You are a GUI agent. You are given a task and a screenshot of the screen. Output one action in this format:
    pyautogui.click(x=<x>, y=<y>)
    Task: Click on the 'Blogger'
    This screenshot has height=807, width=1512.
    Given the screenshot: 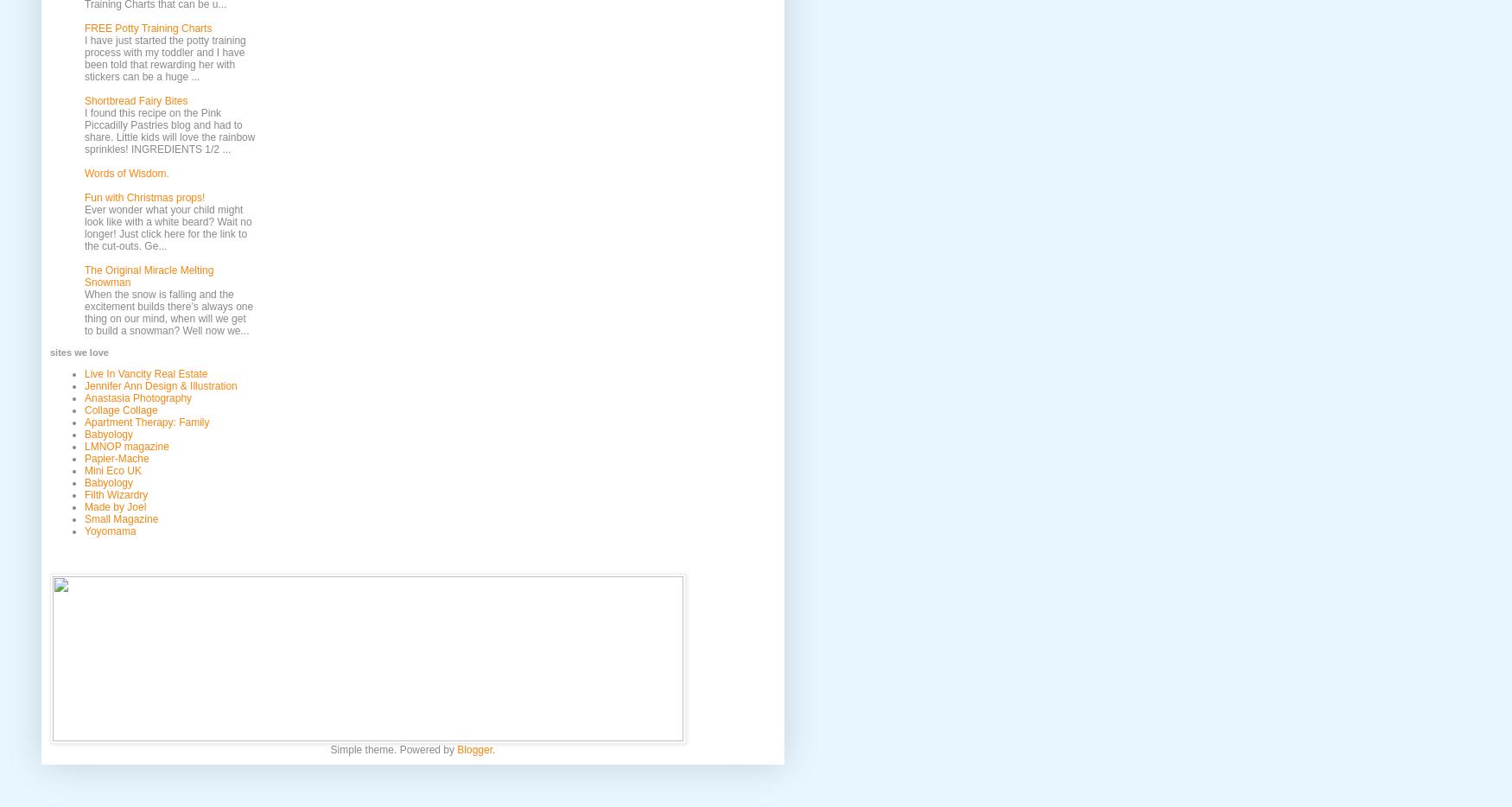 What is the action you would take?
    pyautogui.click(x=473, y=748)
    